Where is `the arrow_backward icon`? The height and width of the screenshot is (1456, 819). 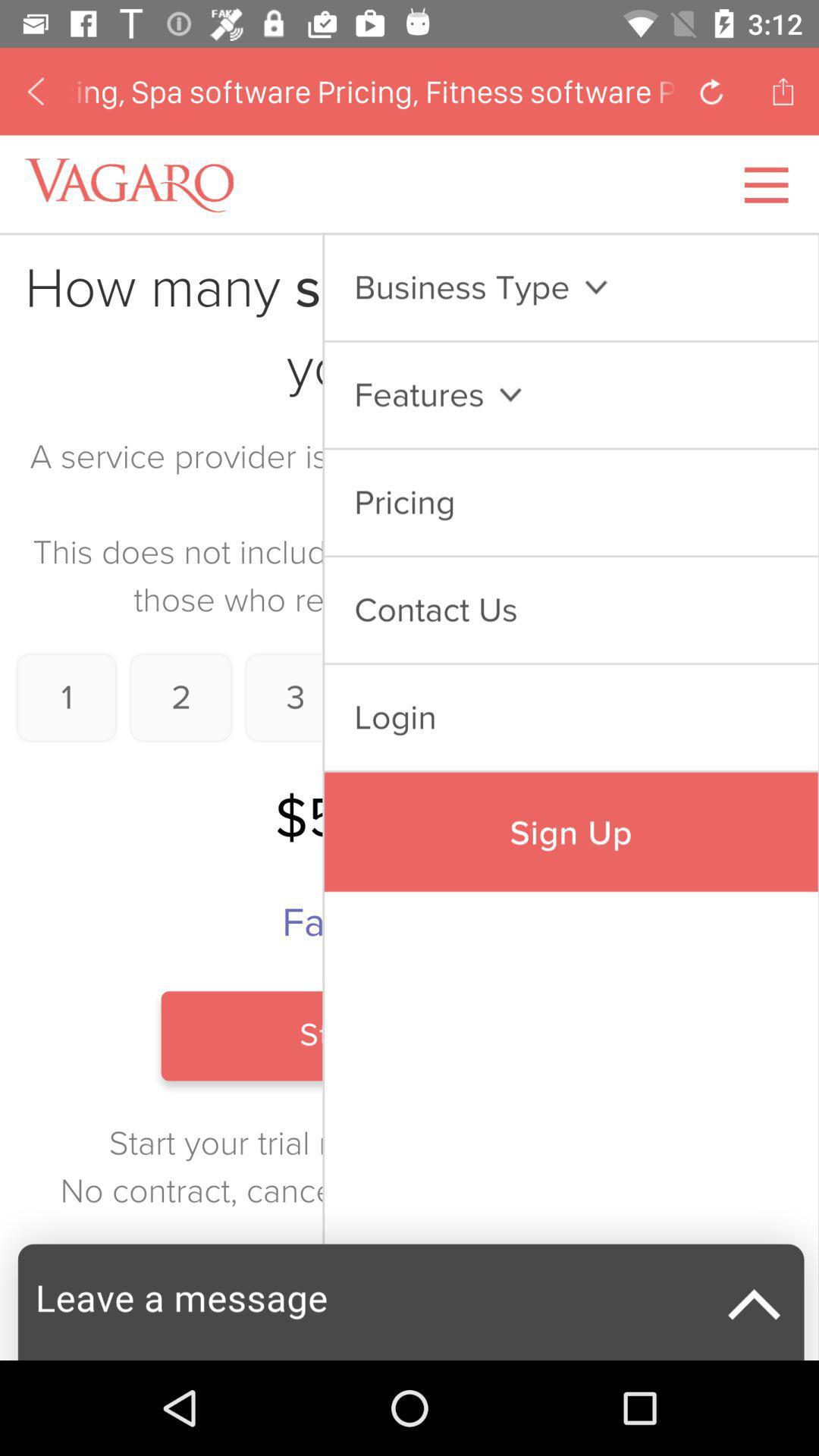
the arrow_backward icon is located at coordinates (35, 90).